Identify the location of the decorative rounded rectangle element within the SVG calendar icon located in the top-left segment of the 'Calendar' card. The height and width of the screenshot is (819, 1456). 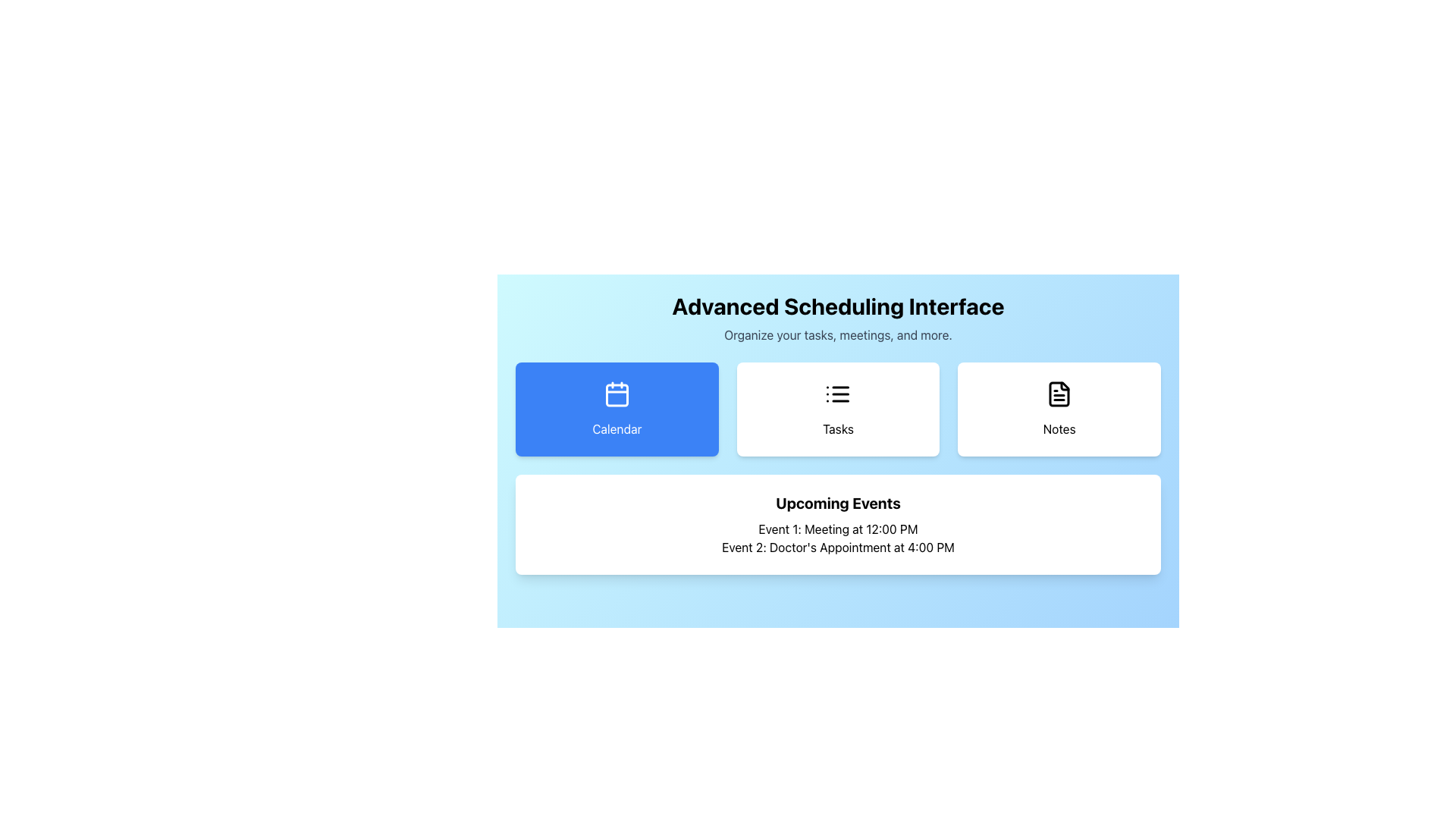
(617, 394).